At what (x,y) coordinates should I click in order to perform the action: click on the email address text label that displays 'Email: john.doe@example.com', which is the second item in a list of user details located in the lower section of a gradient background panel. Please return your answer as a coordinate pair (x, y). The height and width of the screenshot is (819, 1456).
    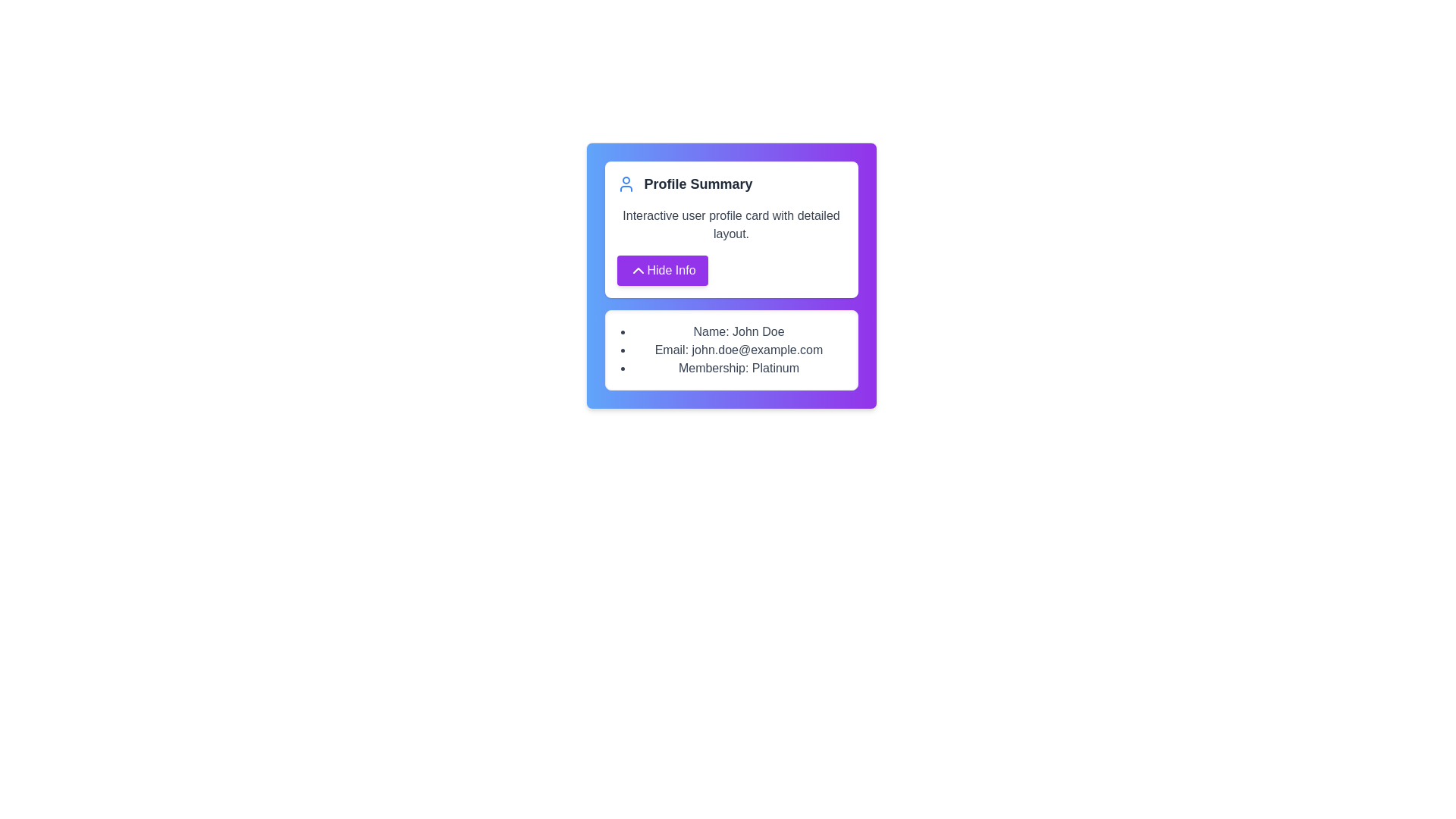
    Looking at the image, I should click on (739, 350).